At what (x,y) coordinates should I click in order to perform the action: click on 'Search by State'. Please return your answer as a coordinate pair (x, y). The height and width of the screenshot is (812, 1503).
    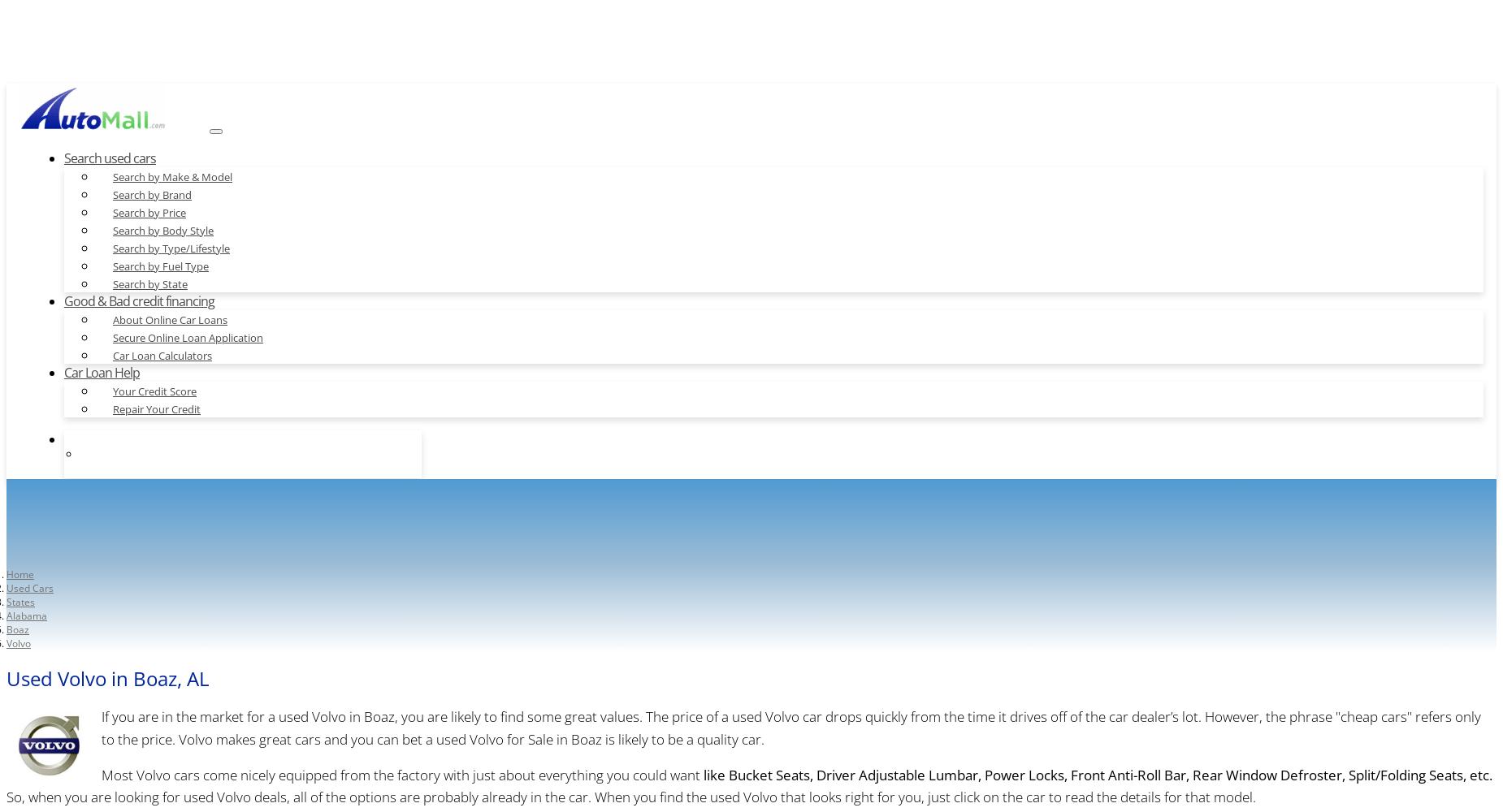
    Looking at the image, I should click on (149, 283).